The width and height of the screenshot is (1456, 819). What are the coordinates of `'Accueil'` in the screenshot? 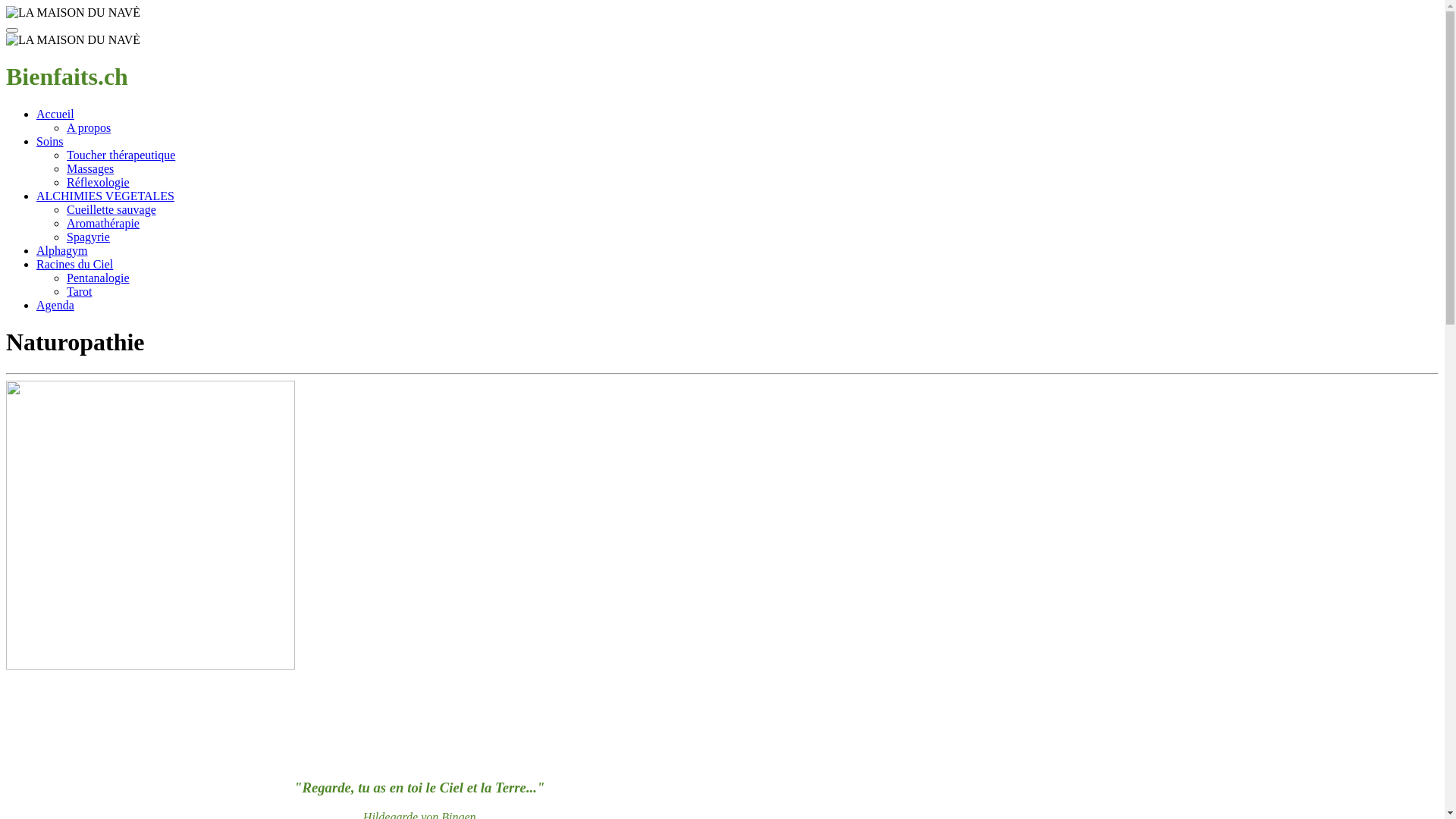 It's located at (55, 113).